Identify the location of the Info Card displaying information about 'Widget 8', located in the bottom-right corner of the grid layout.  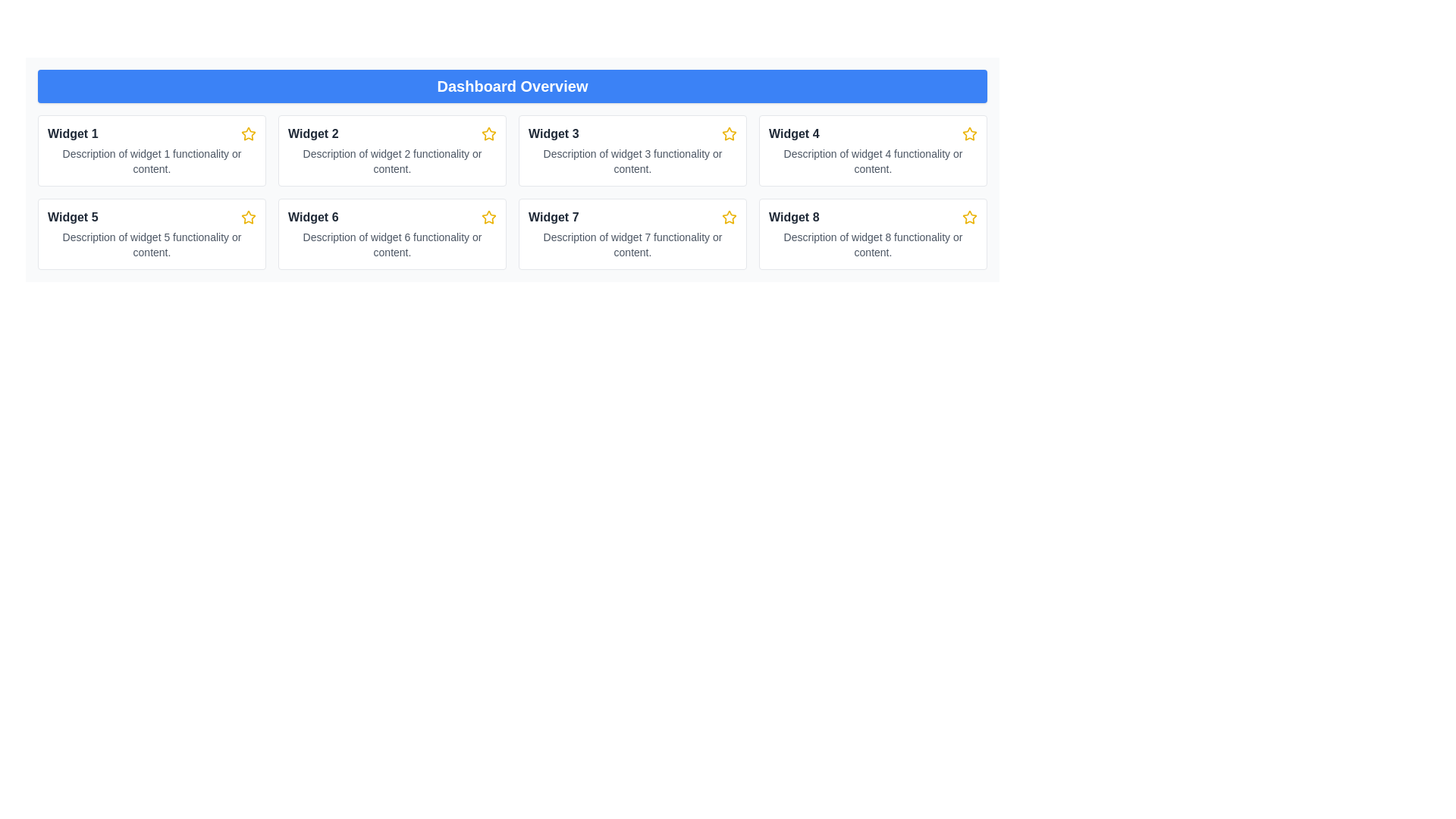
(873, 234).